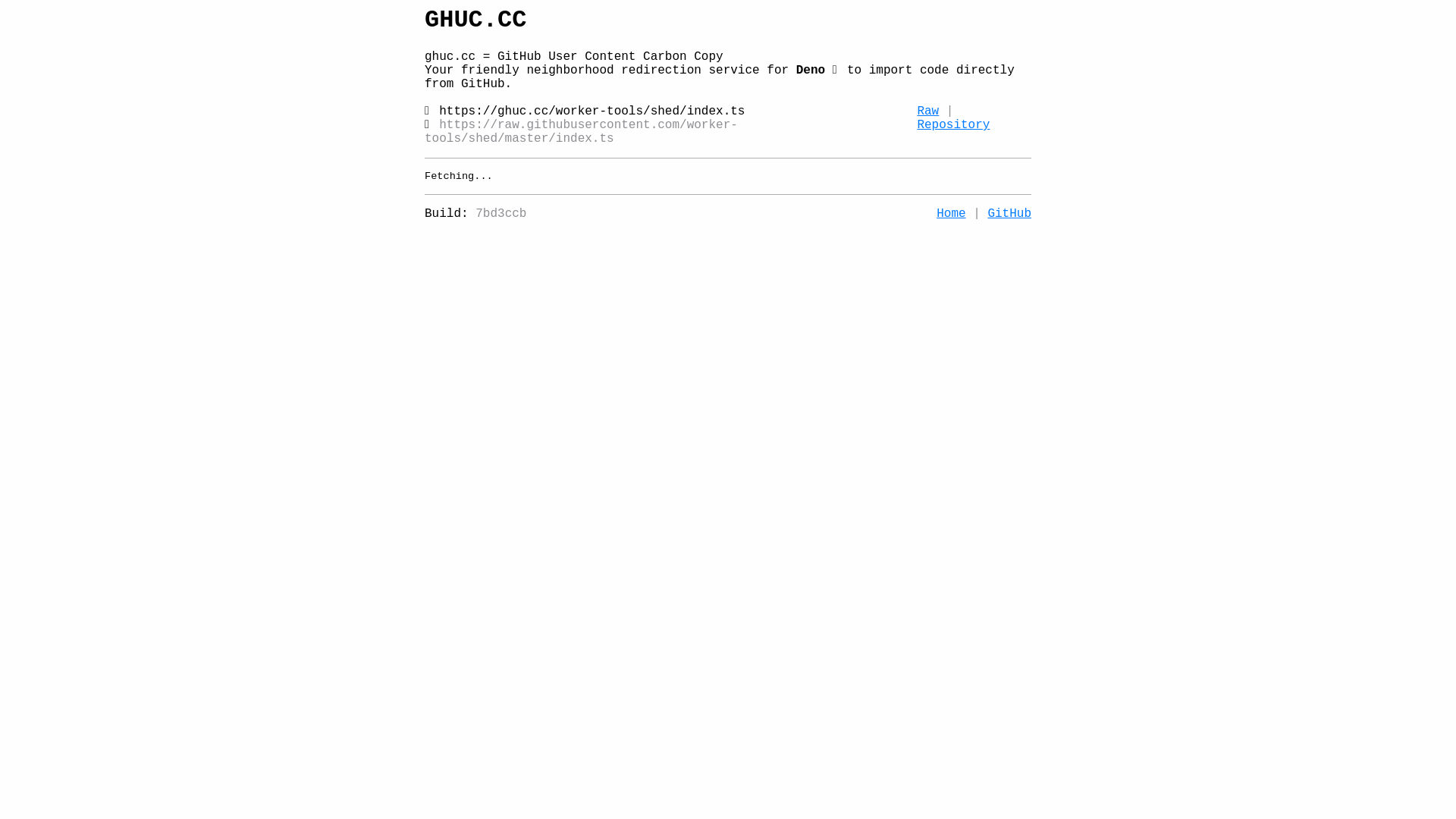 The image size is (1456, 819). Describe the element at coordinates (1009, 213) in the screenshot. I see `'GitHub'` at that location.